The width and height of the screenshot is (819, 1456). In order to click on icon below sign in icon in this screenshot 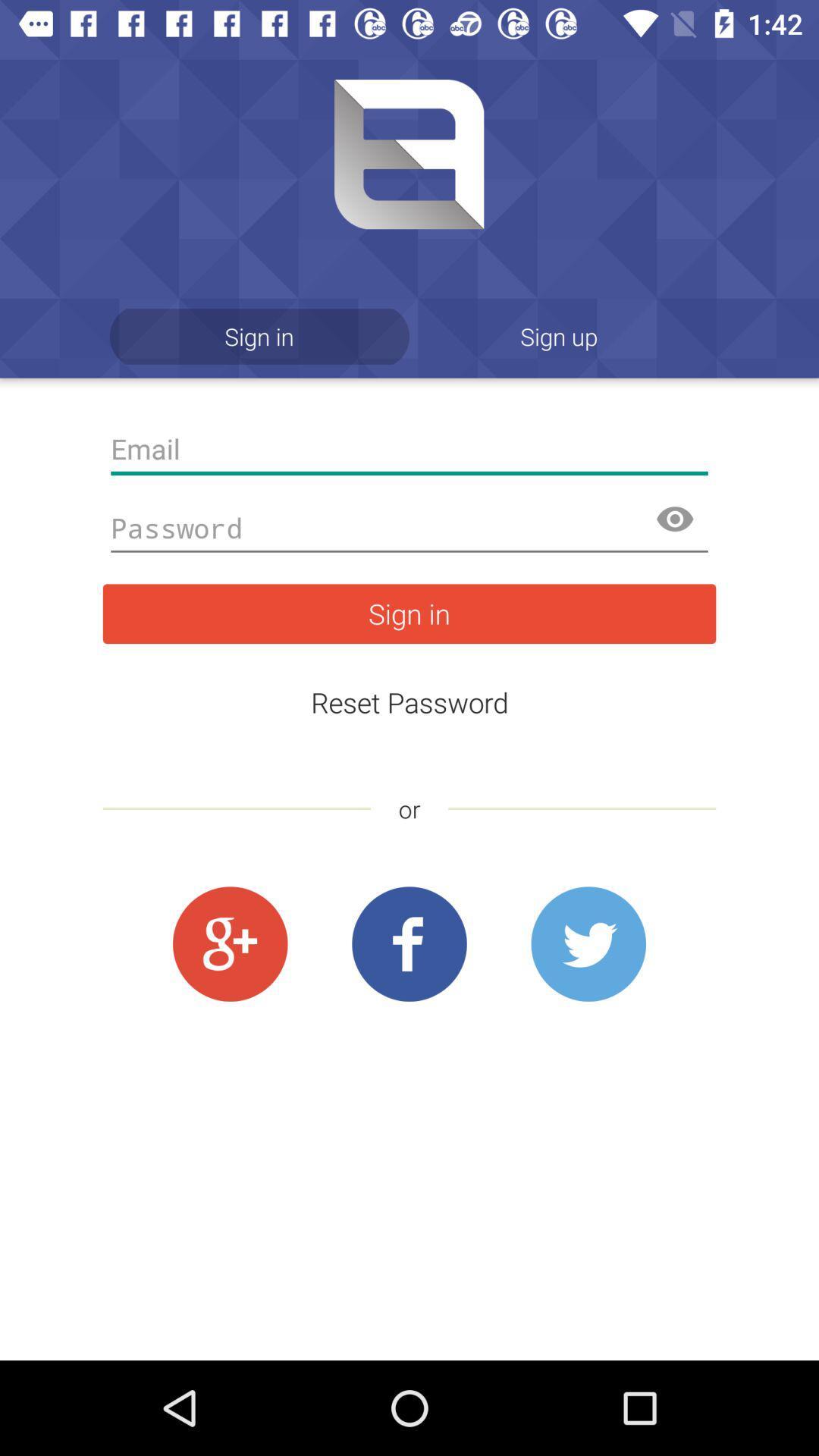, I will do `click(409, 701)`.